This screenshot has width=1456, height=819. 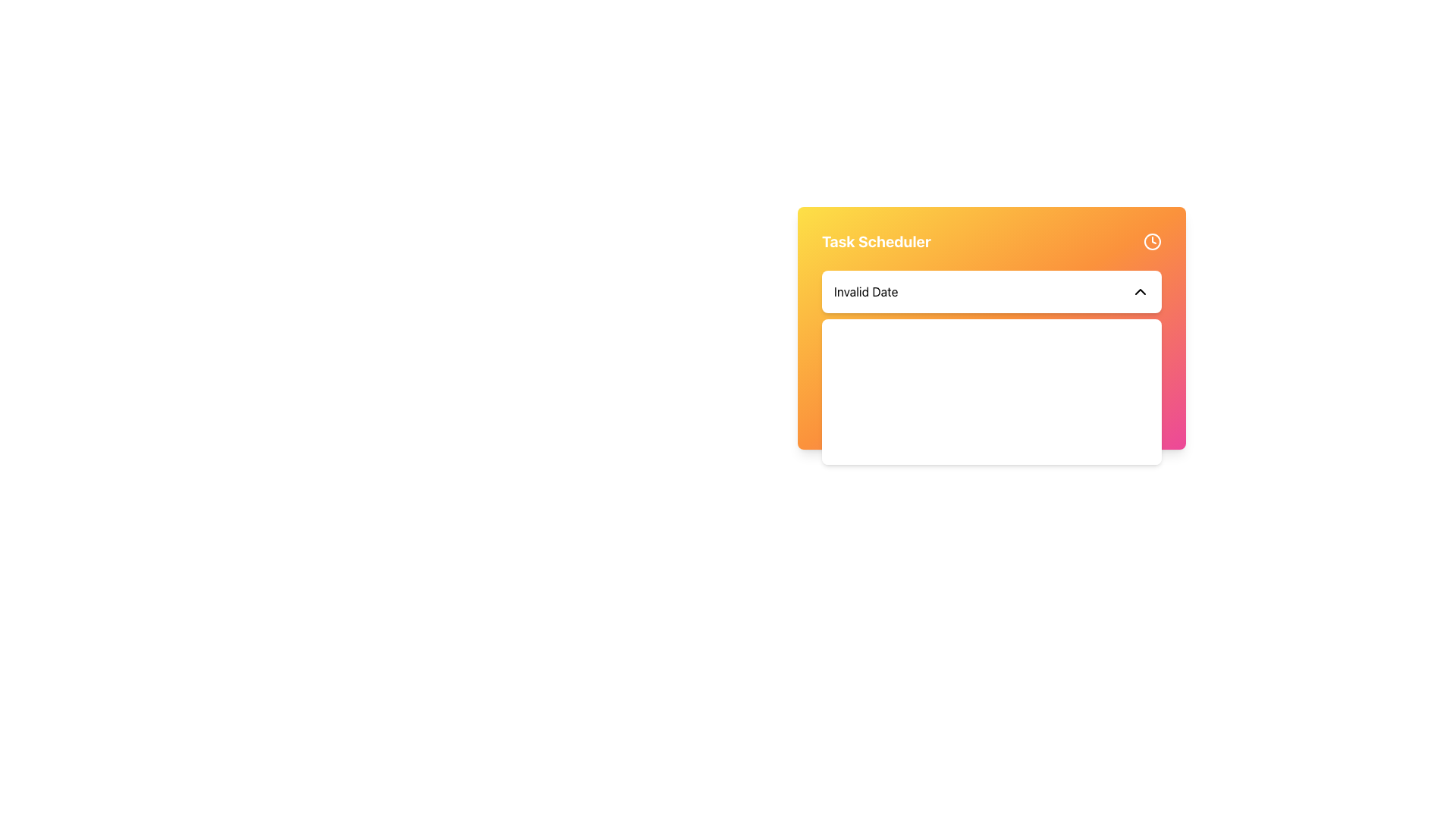 I want to click on the 'Task Scheduler' text label element, which is styled with bold, large white text on a gradient yellow to orange background, located on the left side of the header bar, so click(x=876, y=241).